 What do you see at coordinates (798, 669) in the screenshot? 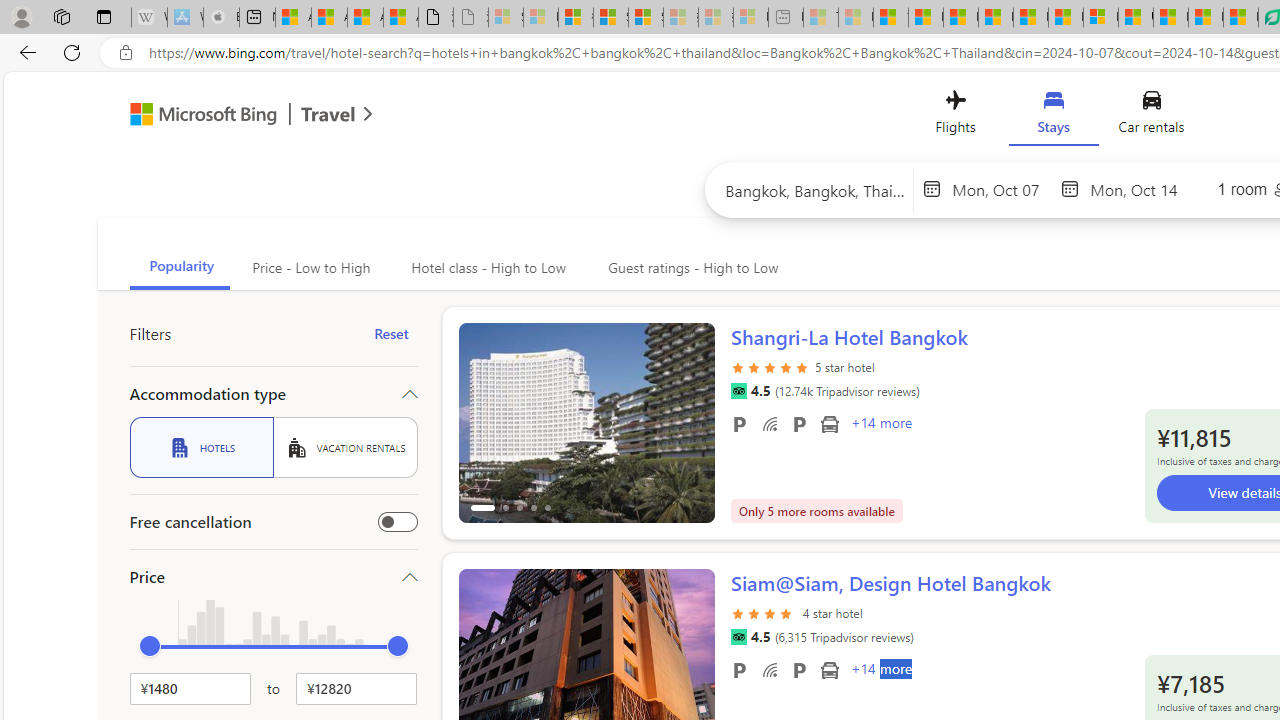
I see `'Valet parking'` at bounding box center [798, 669].